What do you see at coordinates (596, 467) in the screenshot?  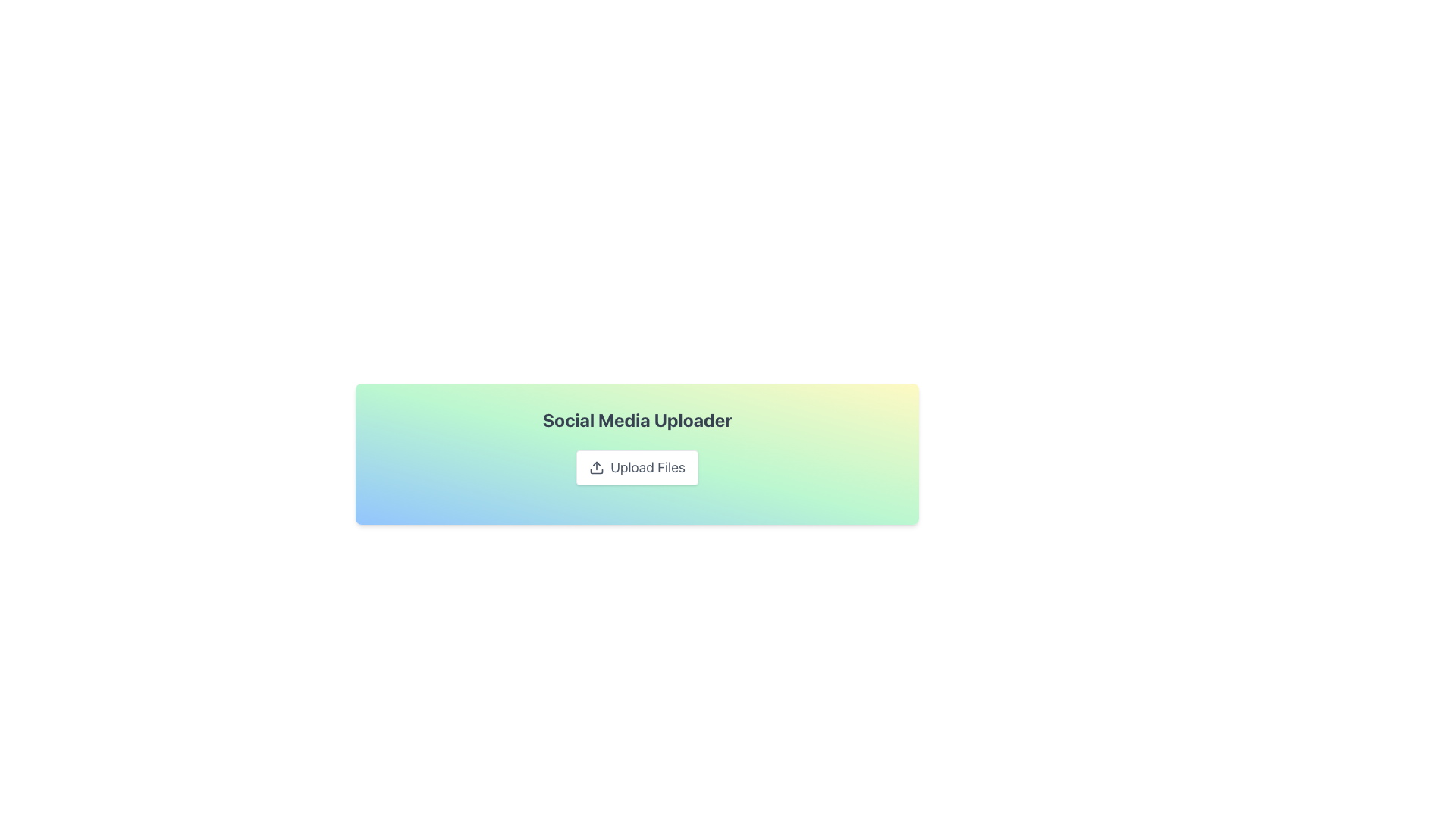 I see `the upload arrow icon located to the left of the 'Upload Files' button for interaction` at bounding box center [596, 467].